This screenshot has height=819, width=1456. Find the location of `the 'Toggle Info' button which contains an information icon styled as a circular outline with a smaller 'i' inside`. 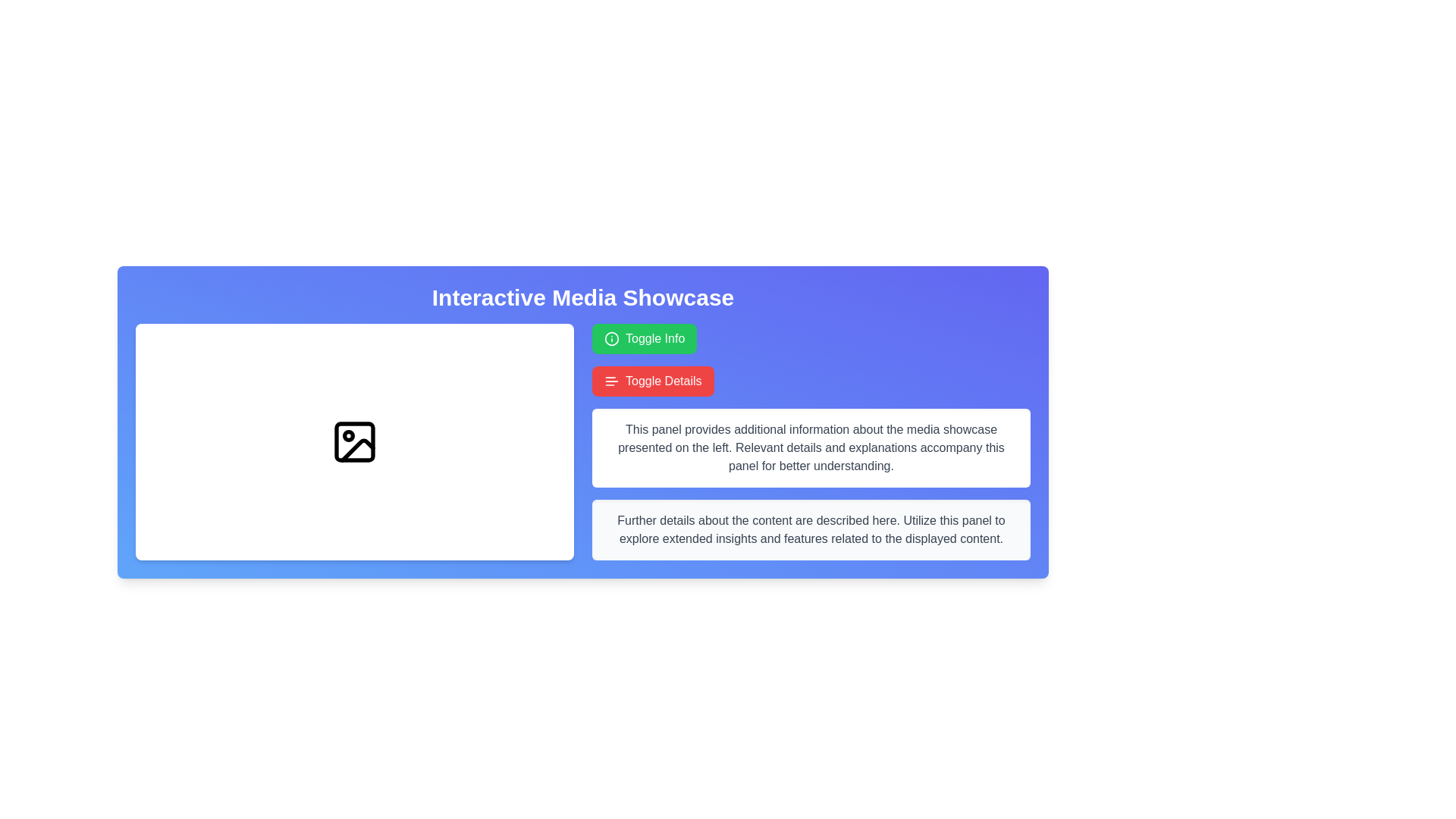

the 'Toggle Info' button which contains an information icon styled as a circular outline with a smaller 'i' inside is located at coordinates (611, 338).